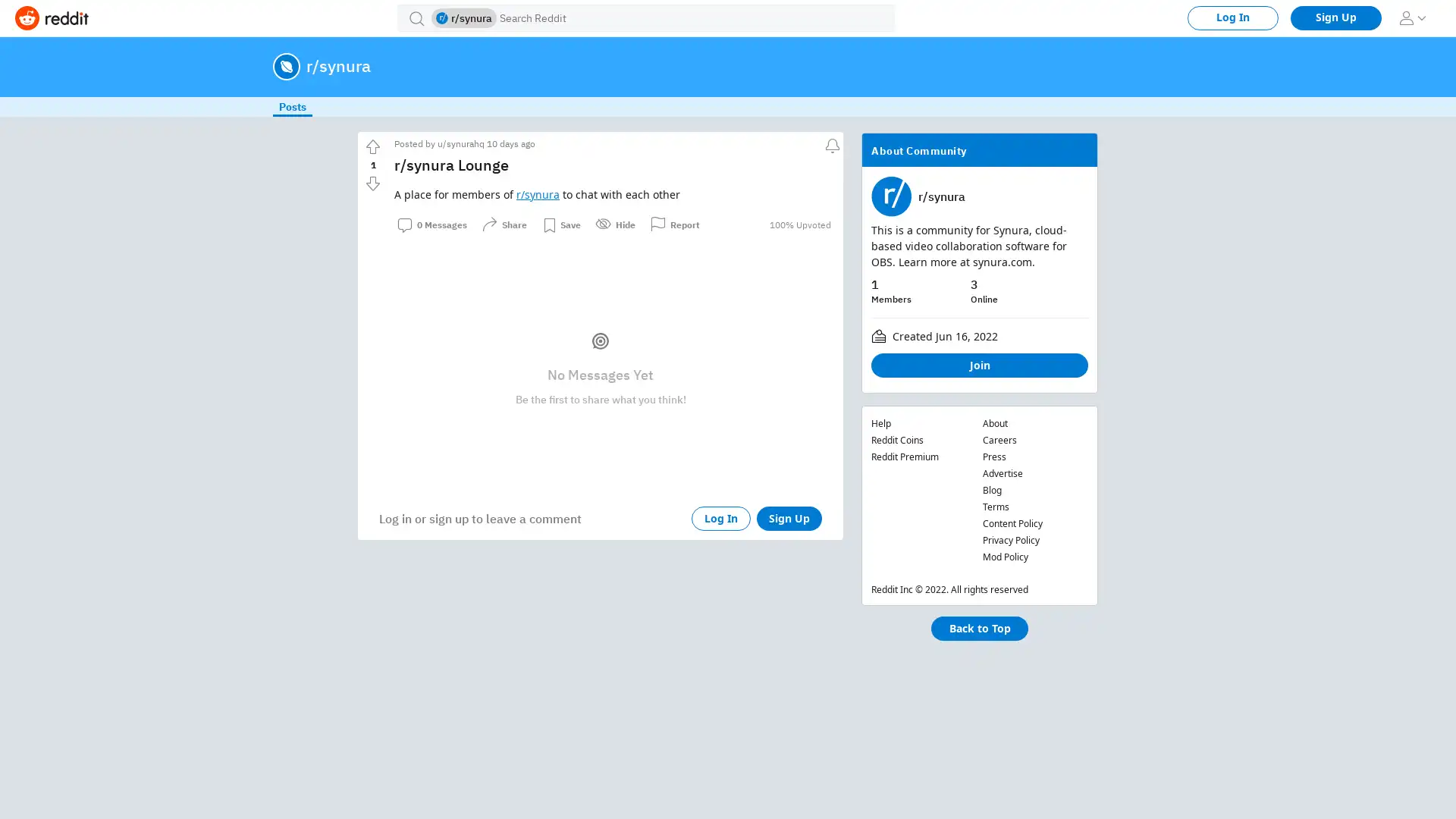 The width and height of the screenshot is (1456, 819). What do you see at coordinates (674, 224) in the screenshot?
I see `Report` at bounding box center [674, 224].